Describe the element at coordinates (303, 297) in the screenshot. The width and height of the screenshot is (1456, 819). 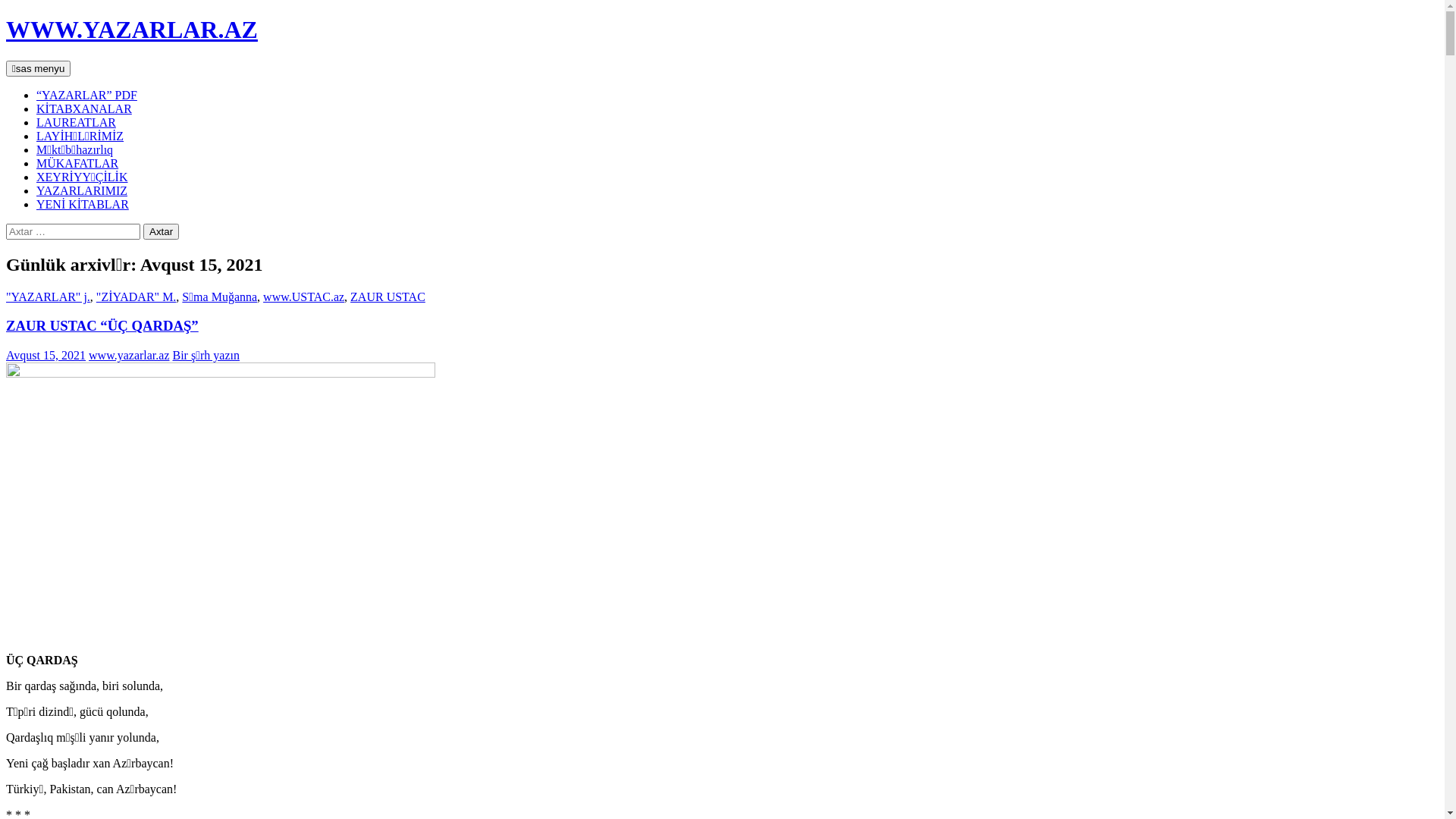
I see `'www.USTAC.az'` at that location.